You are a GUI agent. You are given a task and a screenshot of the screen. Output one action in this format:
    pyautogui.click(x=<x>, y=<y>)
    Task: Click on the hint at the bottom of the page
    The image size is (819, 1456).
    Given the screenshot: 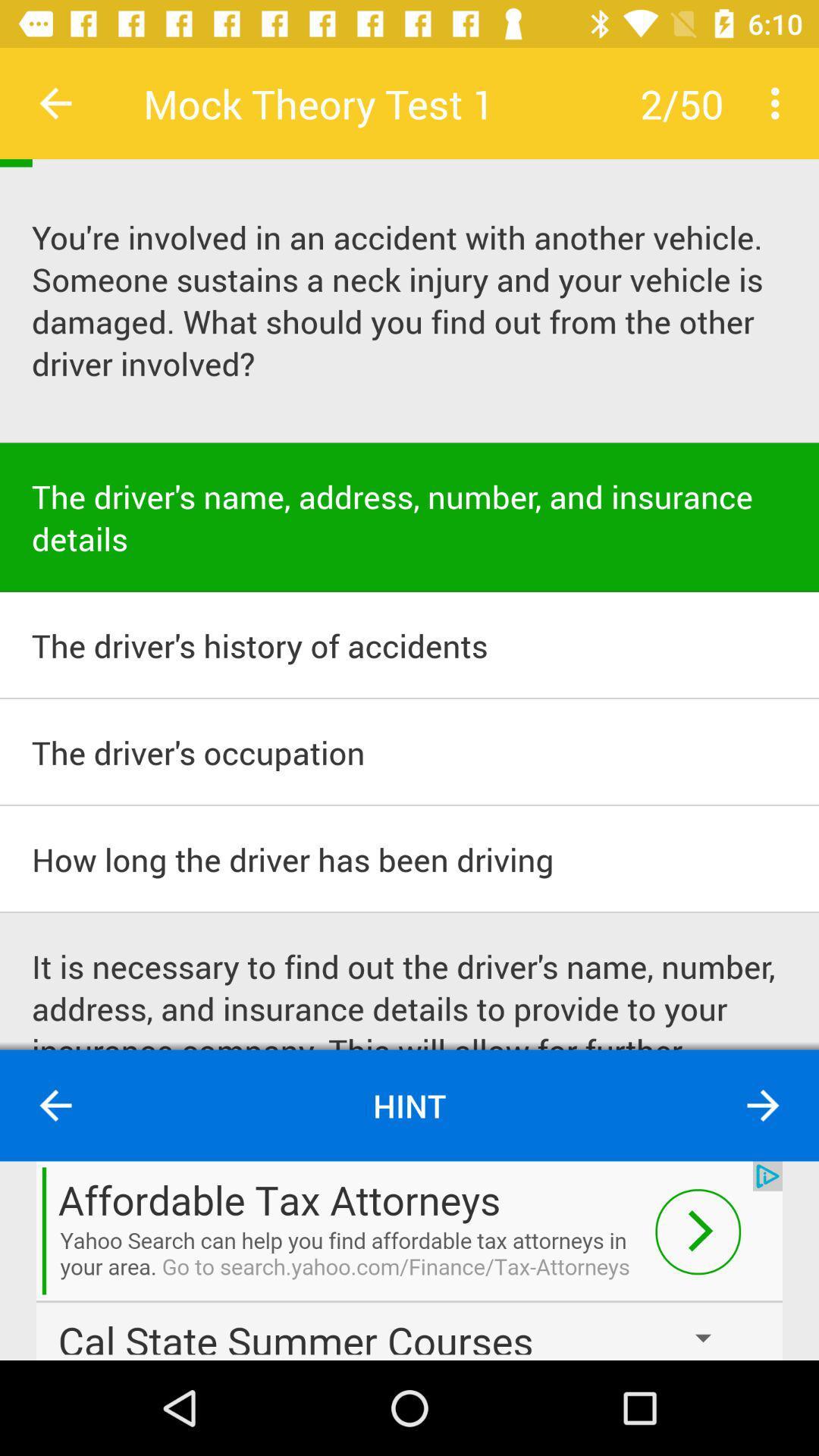 What is the action you would take?
    pyautogui.click(x=409, y=1106)
    